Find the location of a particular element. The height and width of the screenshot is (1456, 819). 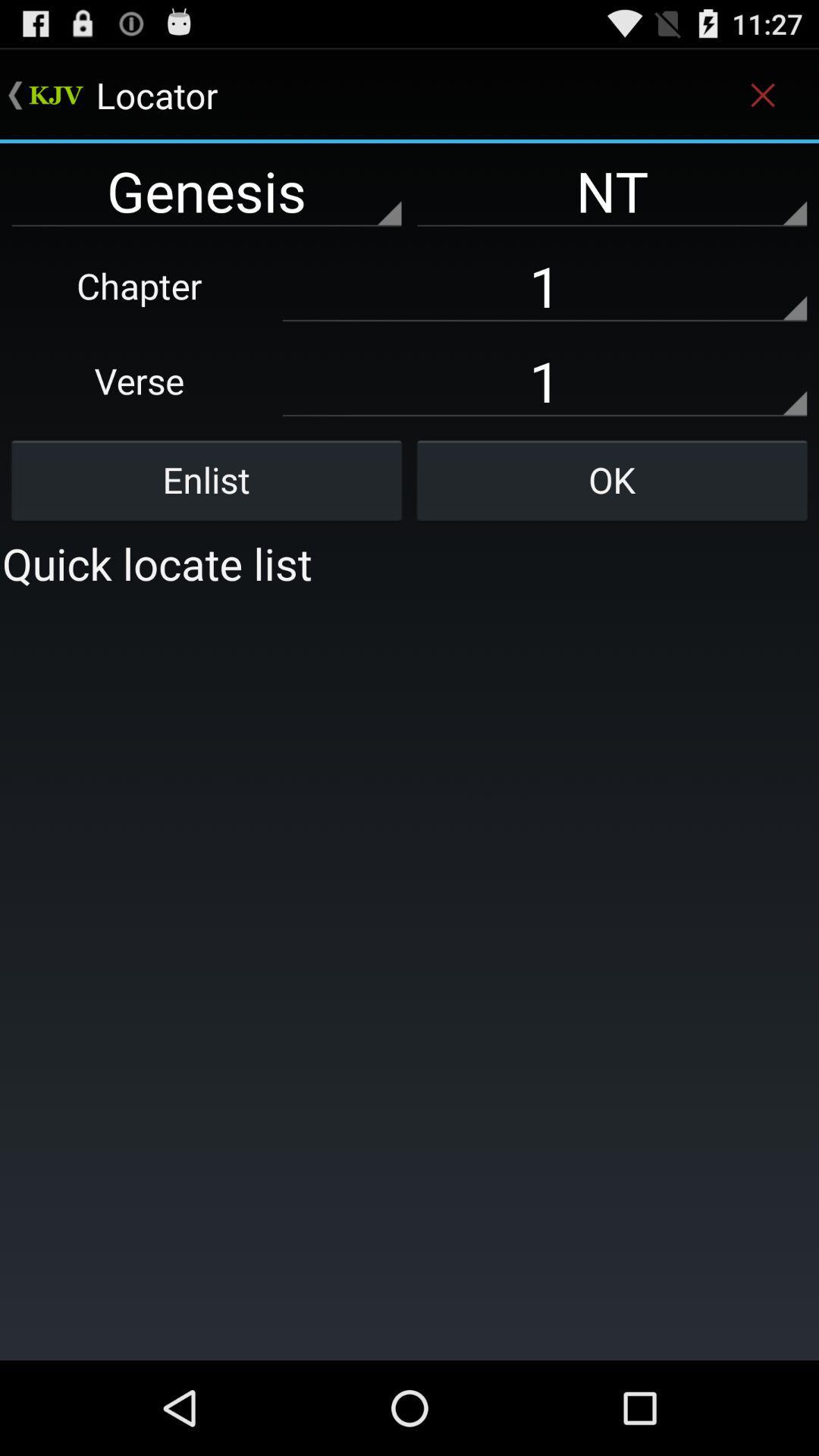

icon above quick locate list app is located at coordinates (206, 479).